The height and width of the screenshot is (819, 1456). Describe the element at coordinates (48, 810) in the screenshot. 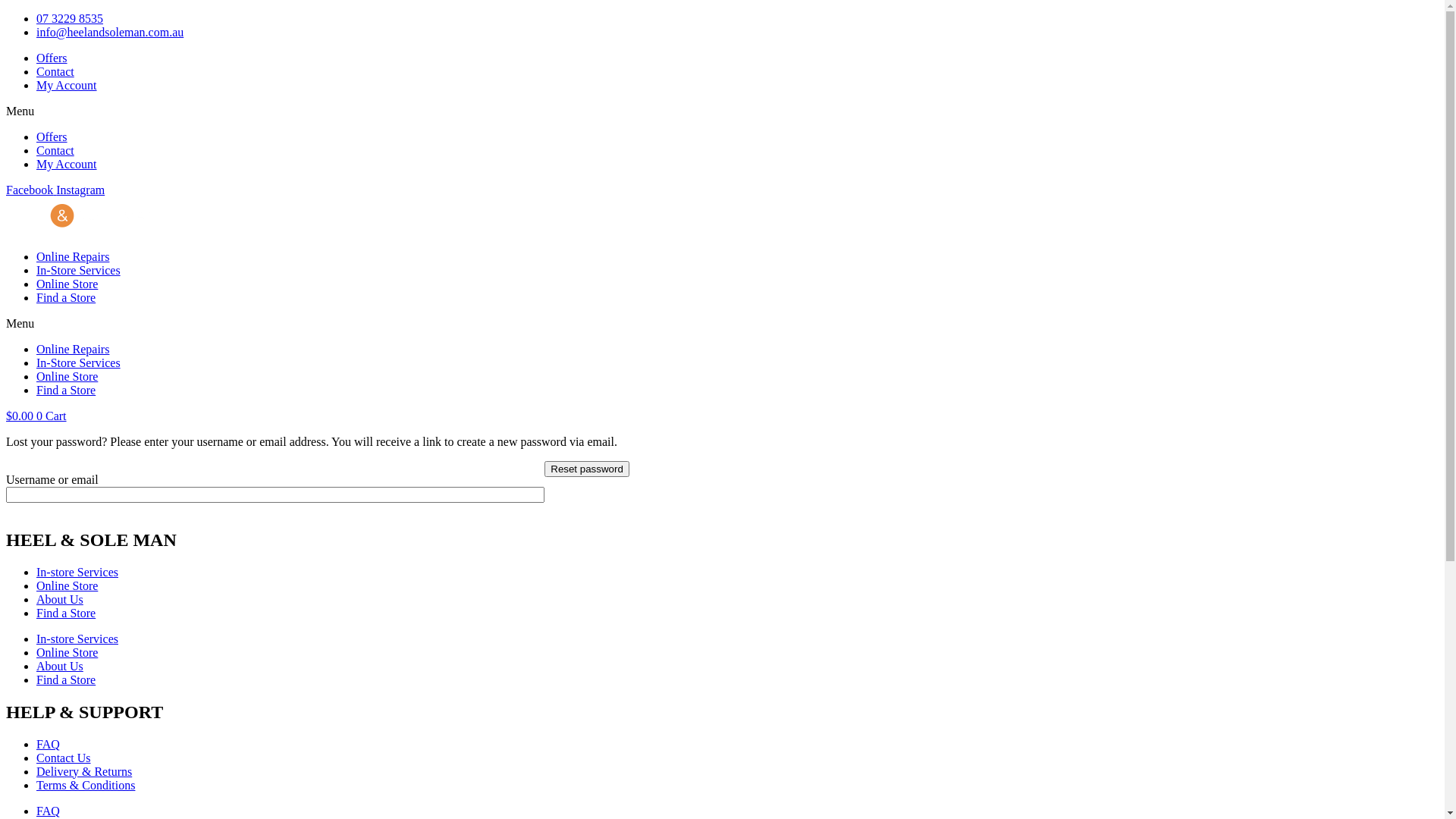

I see `'FAQ'` at that location.